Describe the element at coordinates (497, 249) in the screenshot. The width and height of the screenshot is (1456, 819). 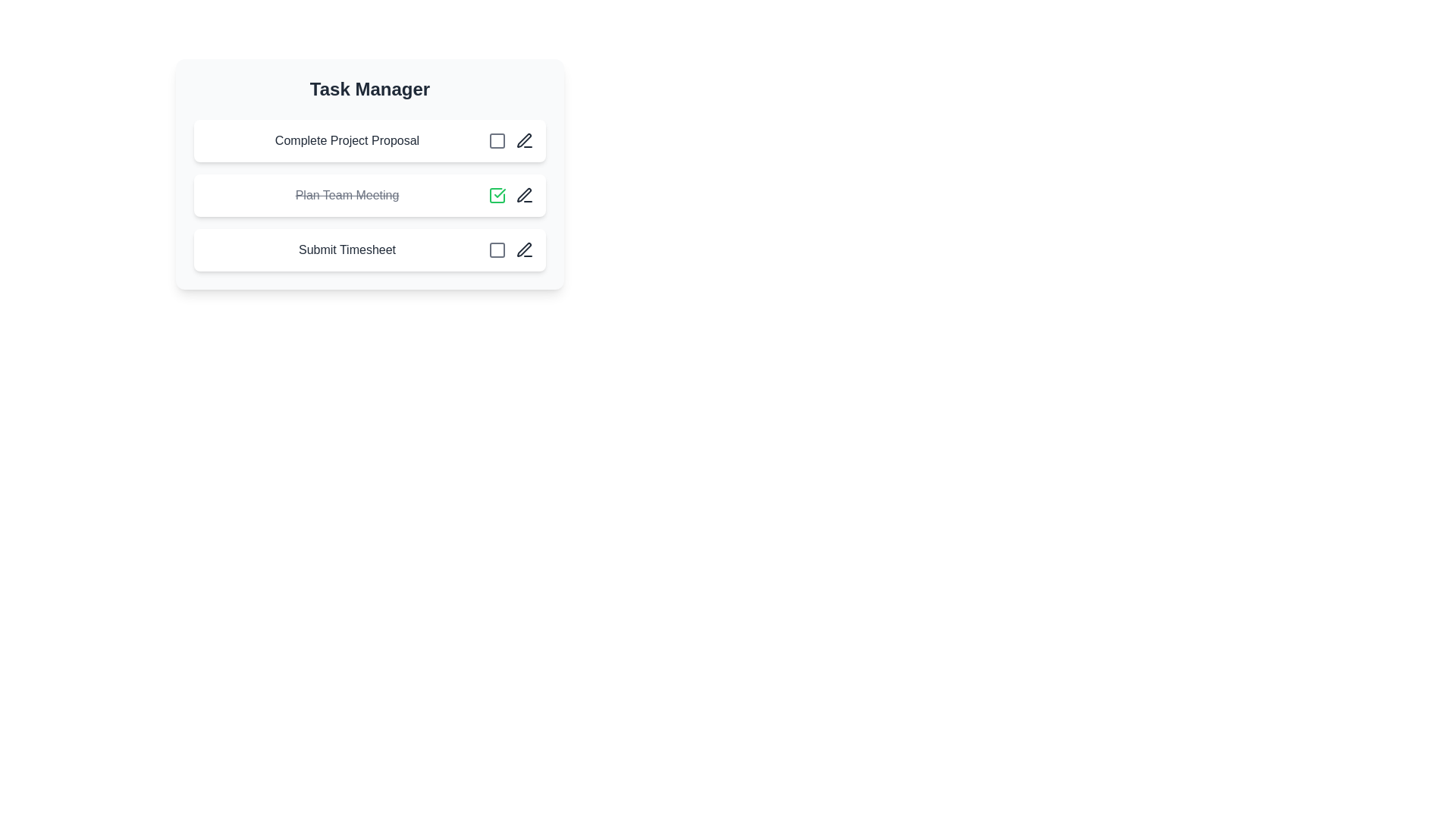
I see `the small square icon with rounded edges located inside the 'Submit Timesheet' task row, on the right-hand side` at that location.